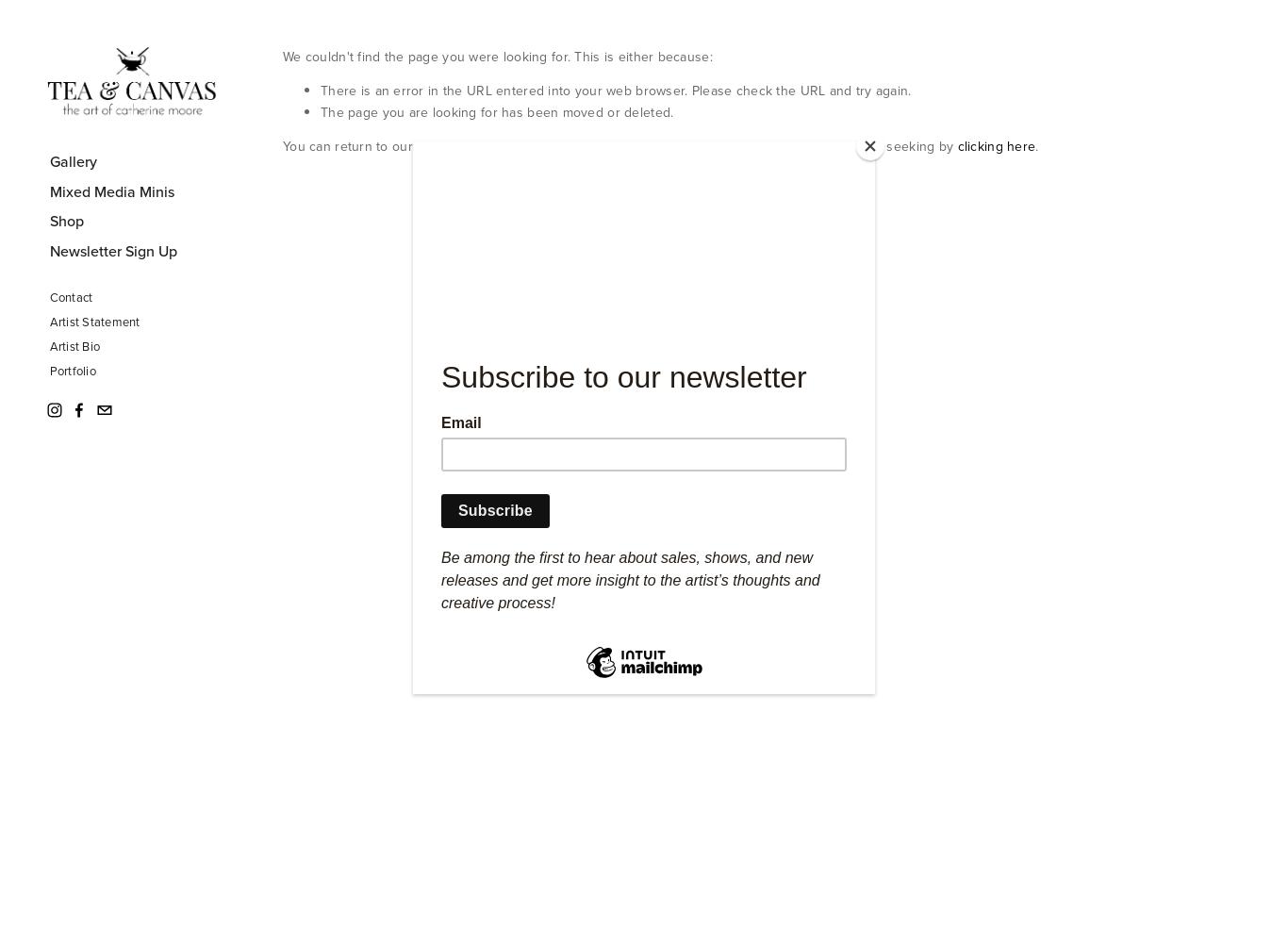 Image resolution: width=1288 pixels, height=943 pixels. What do you see at coordinates (768, 146) in the screenshot?
I see `', or you can try searching for the
  content you are seeking by'` at bounding box center [768, 146].